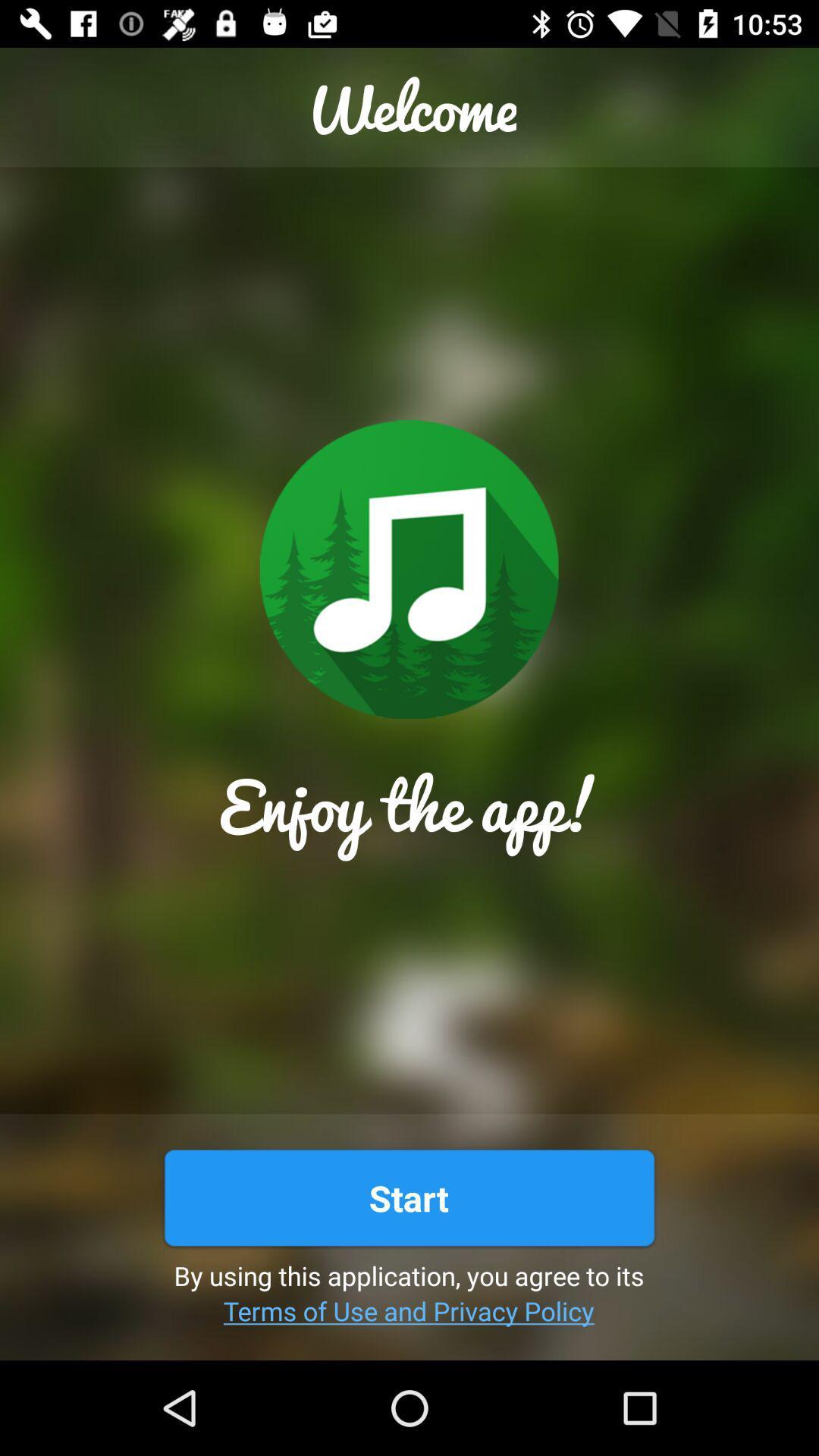 This screenshot has height=1456, width=819. What do you see at coordinates (408, 1197) in the screenshot?
I see `icon above the by using this` at bounding box center [408, 1197].